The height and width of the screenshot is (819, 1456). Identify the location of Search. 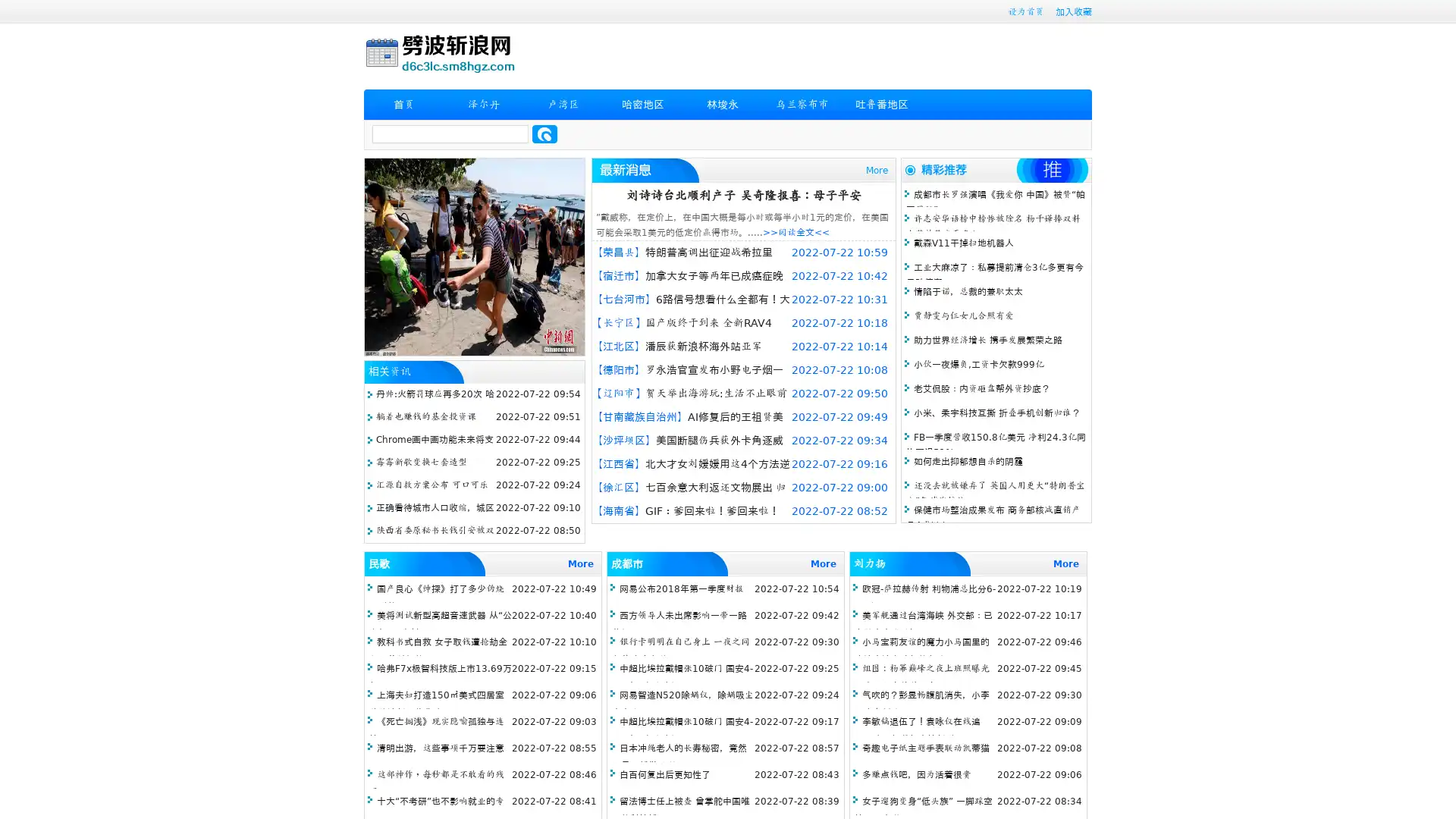
(544, 133).